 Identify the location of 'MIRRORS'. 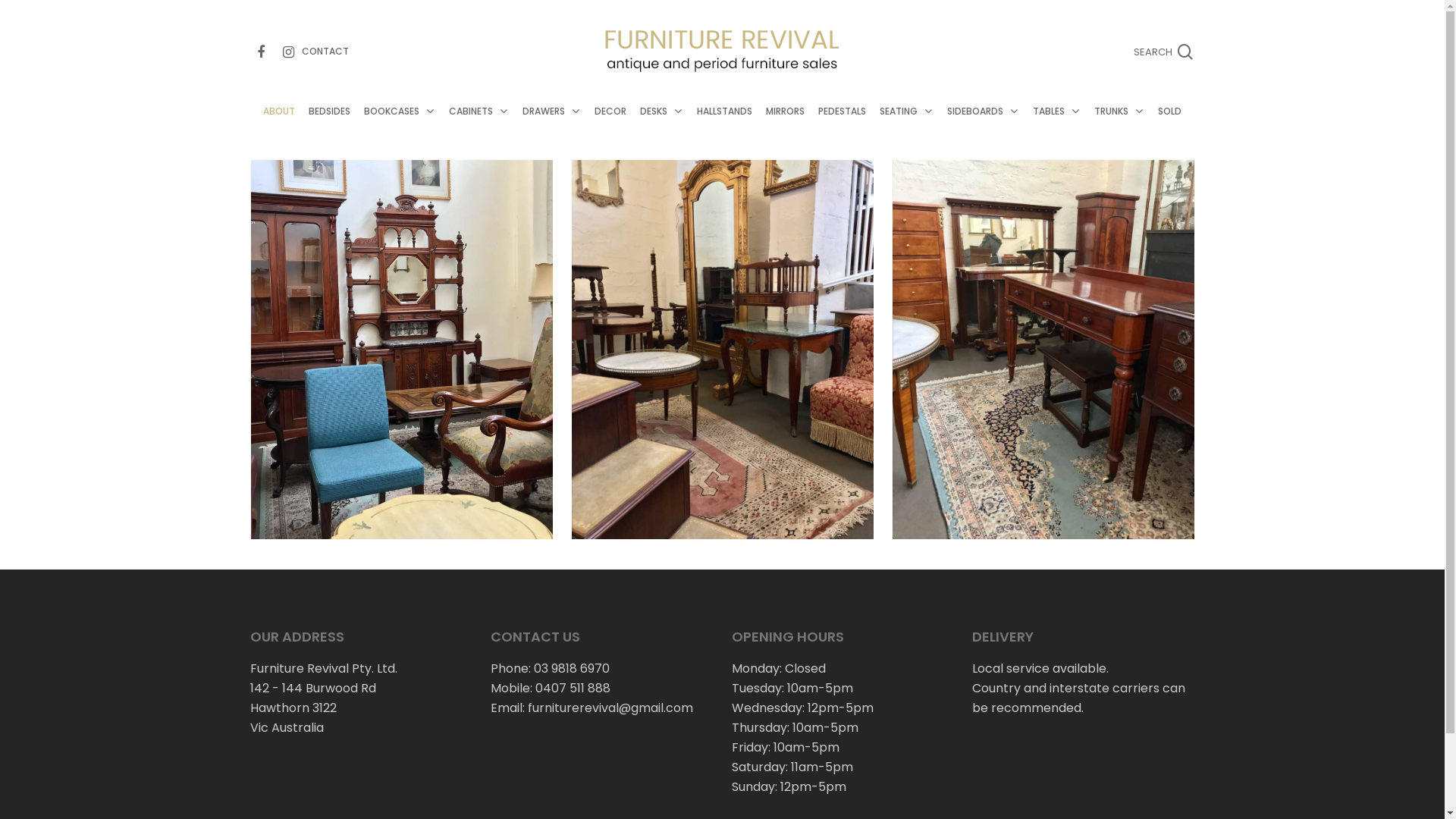
(785, 125).